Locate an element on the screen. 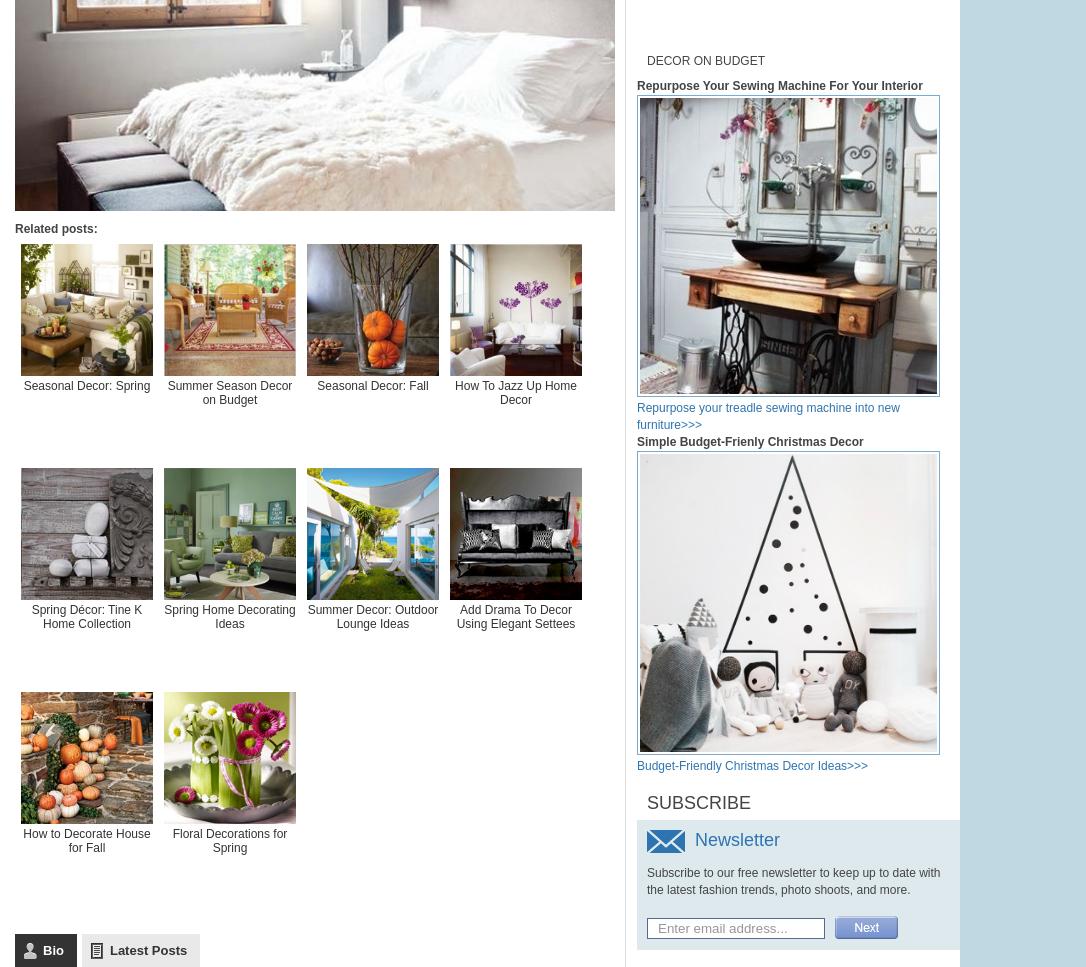  'Decor on Budget' is located at coordinates (705, 60).